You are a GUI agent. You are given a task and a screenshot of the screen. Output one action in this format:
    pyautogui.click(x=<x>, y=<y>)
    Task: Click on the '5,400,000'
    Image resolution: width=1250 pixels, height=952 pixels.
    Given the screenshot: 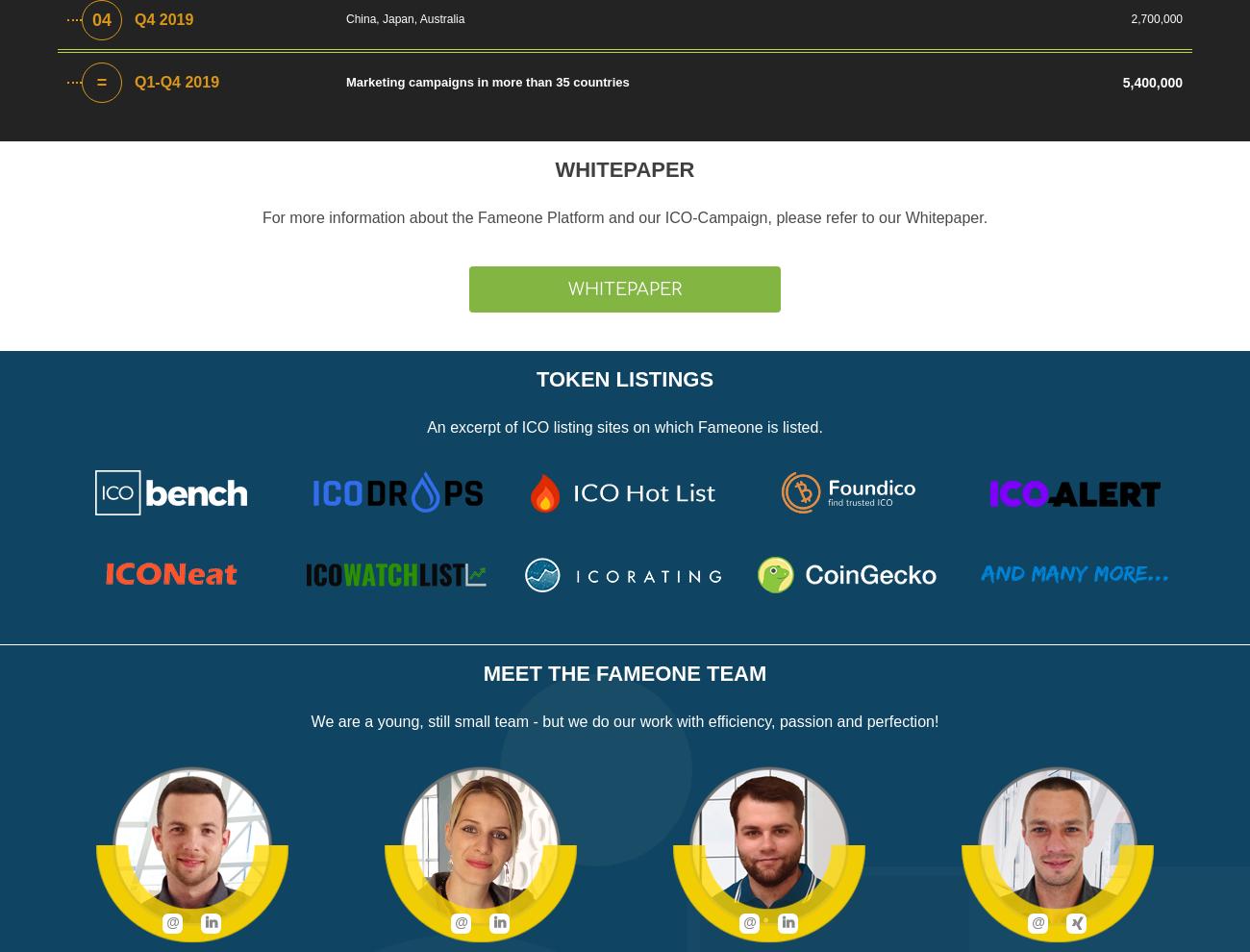 What is the action you would take?
    pyautogui.click(x=1122, y=83)
    